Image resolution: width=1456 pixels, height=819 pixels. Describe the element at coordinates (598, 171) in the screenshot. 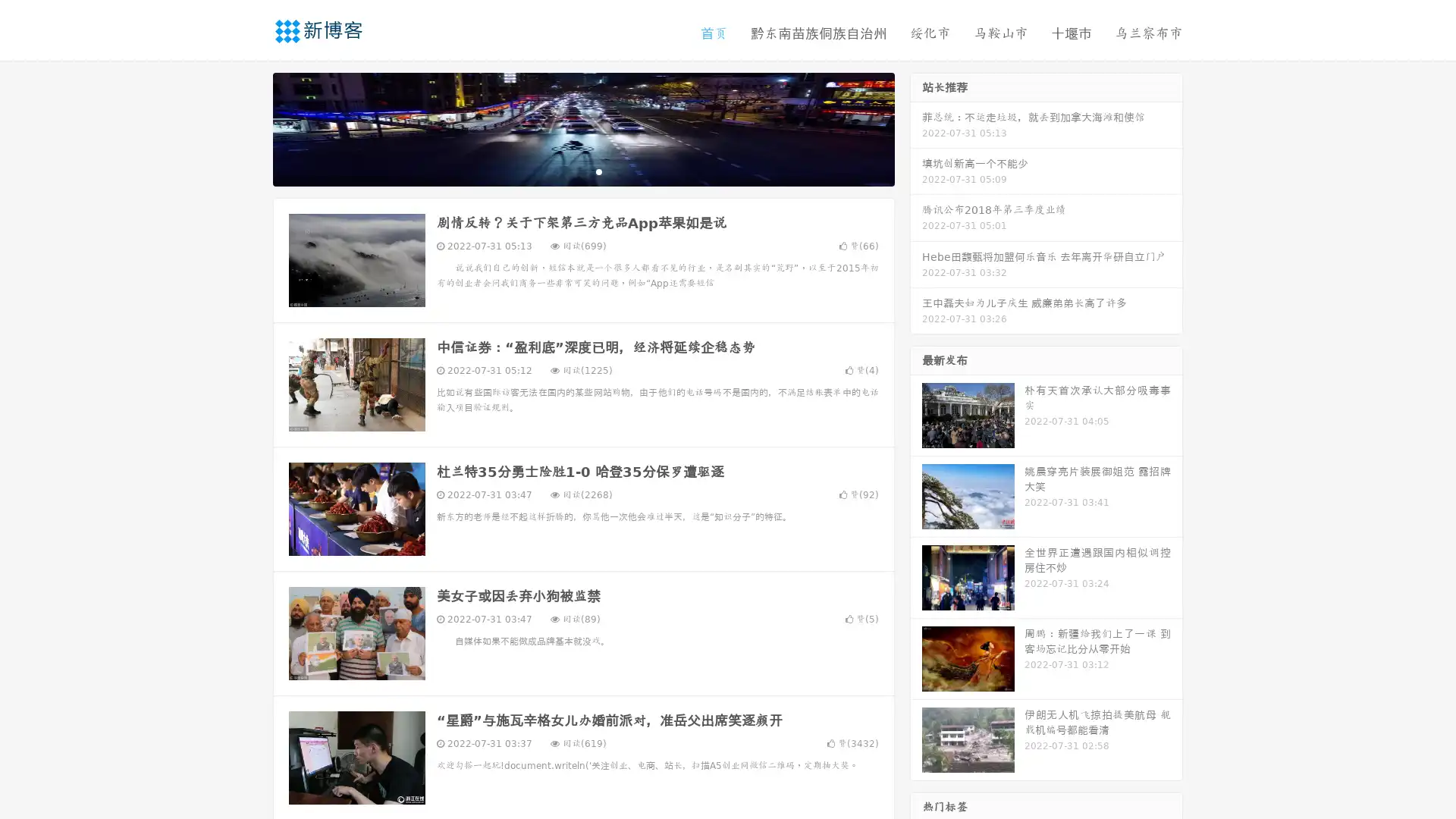

I see `Go to slide 3` at that location.